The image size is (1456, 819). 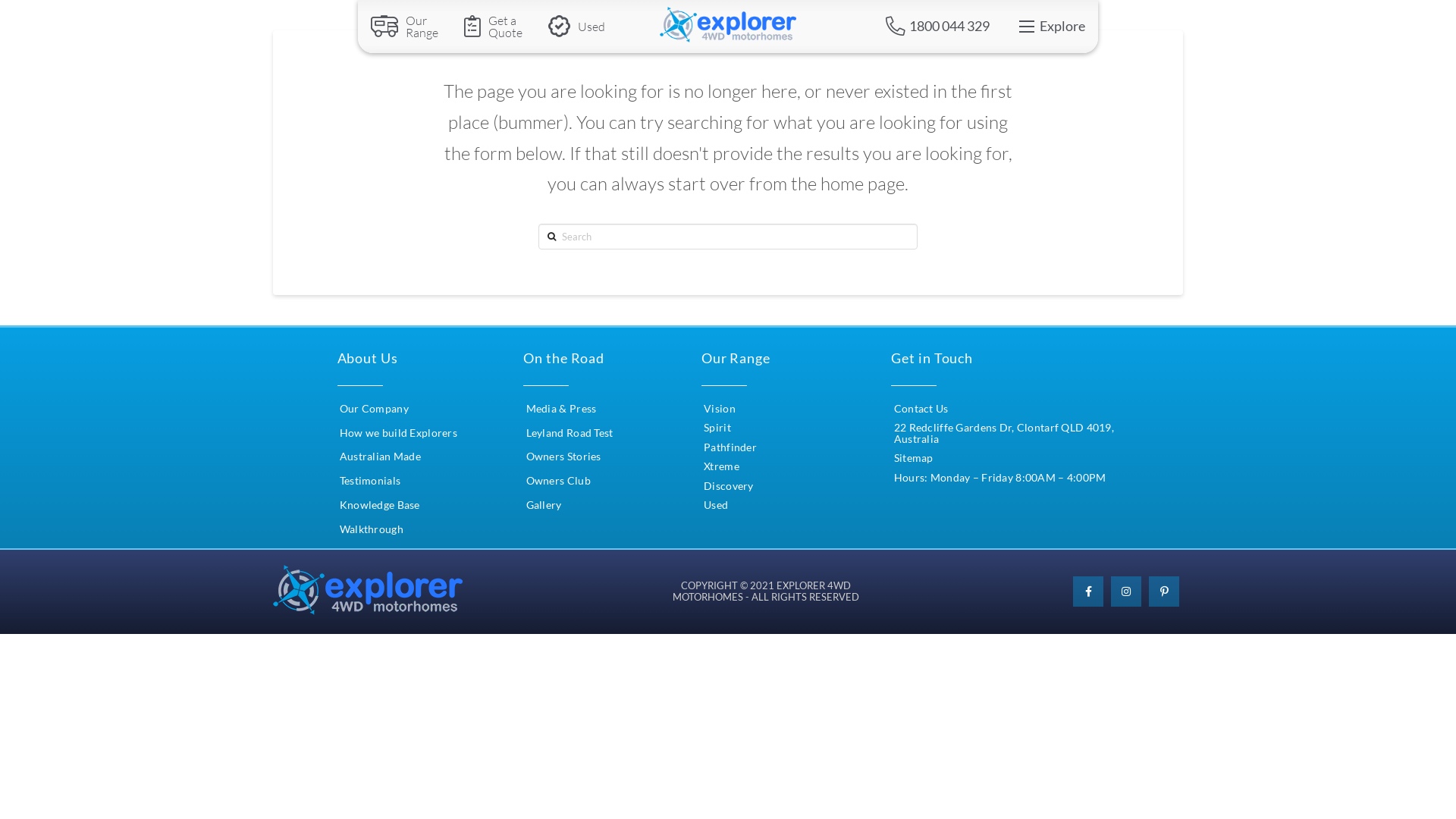 What do you see at coordinates (937, 26) in the screenshot?
I see `'1800 044 329'` at bounding box center [937, 26].